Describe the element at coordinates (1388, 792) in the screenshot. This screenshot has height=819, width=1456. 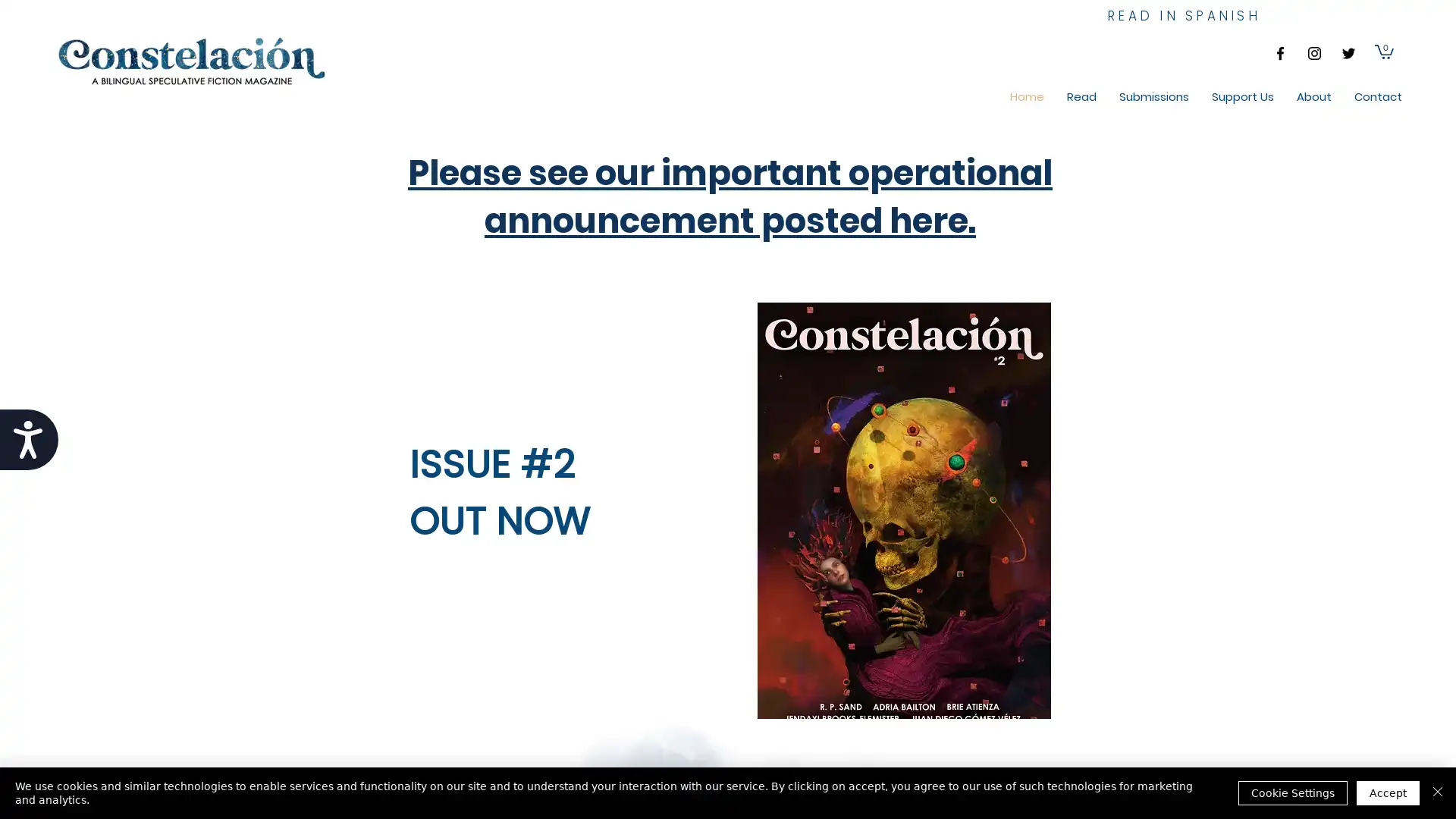
I see `Accept` at that location.